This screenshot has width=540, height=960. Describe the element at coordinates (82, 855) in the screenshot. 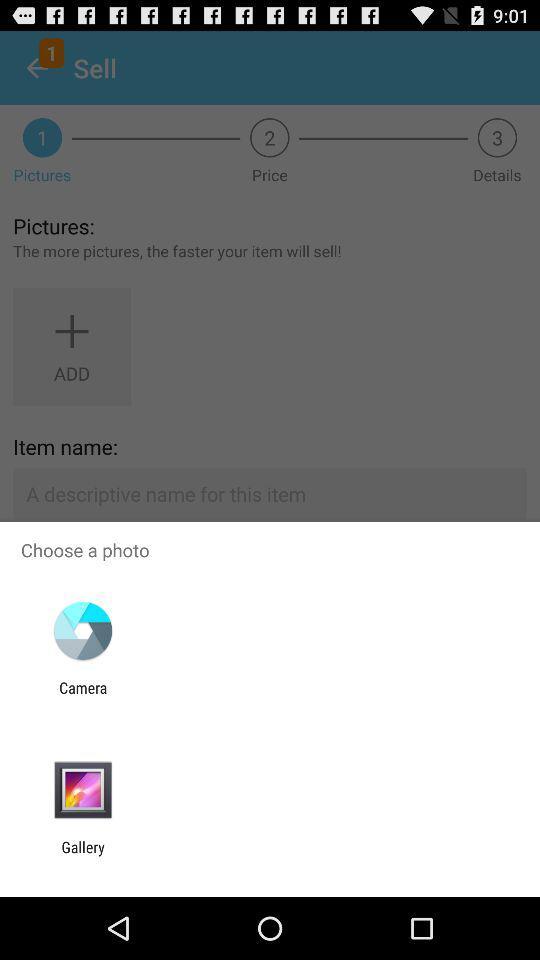

I see `the gallery app` at that location.